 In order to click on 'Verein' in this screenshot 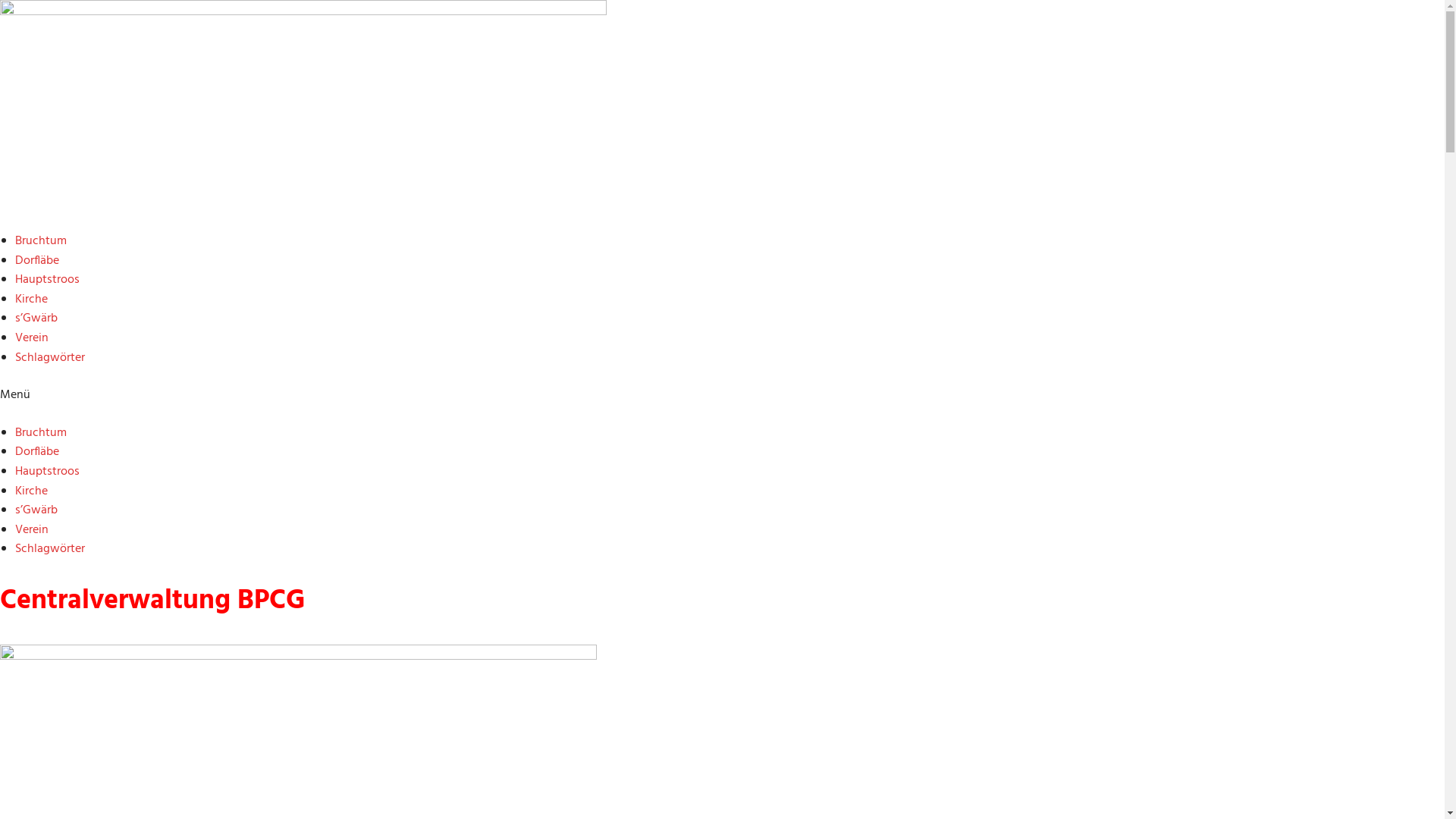, I will do `click(14, 529)`.